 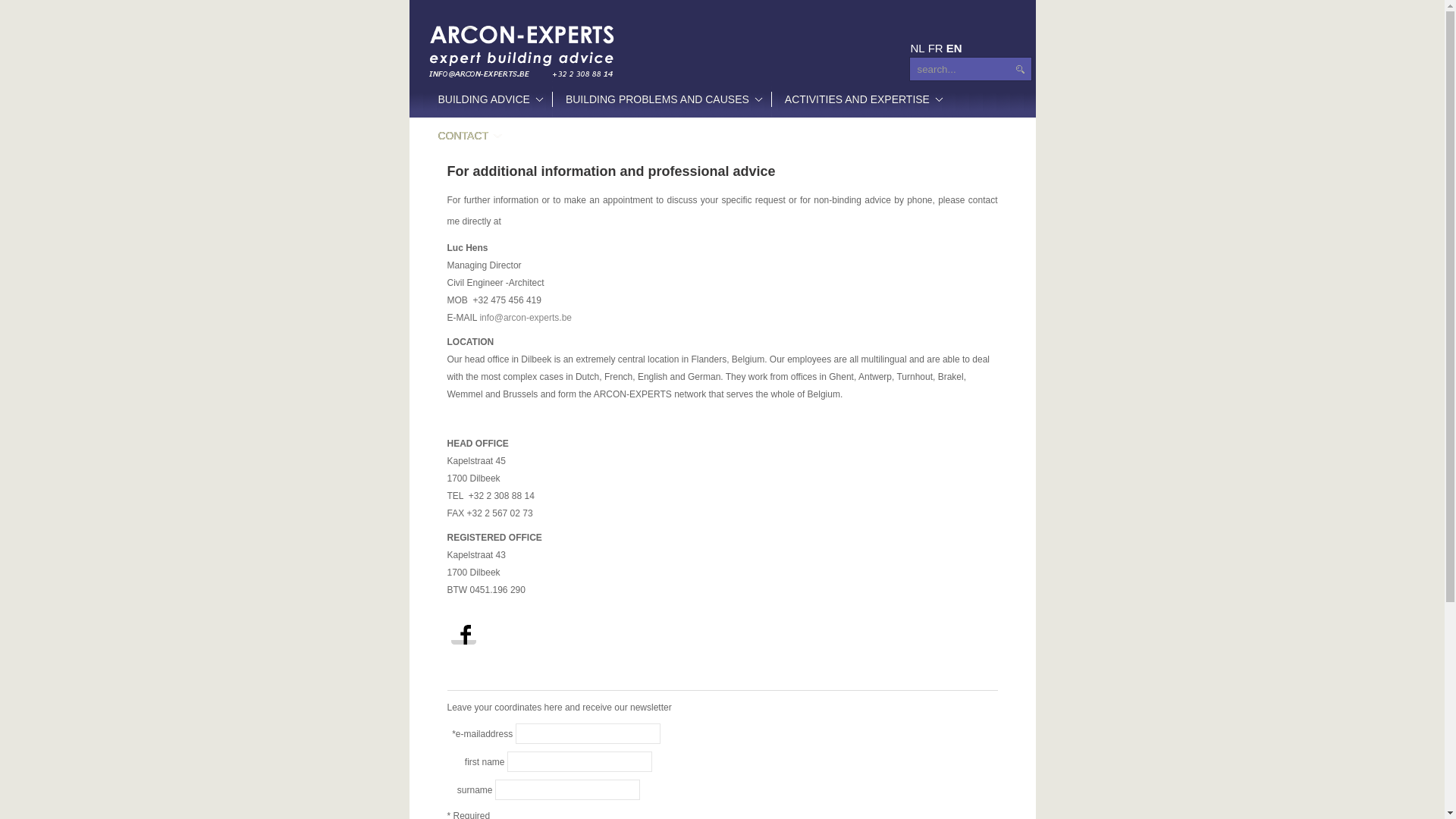 I want to click on 'BUILDING PROBLEMS AND CAUSES', so click(x=661, y=99).